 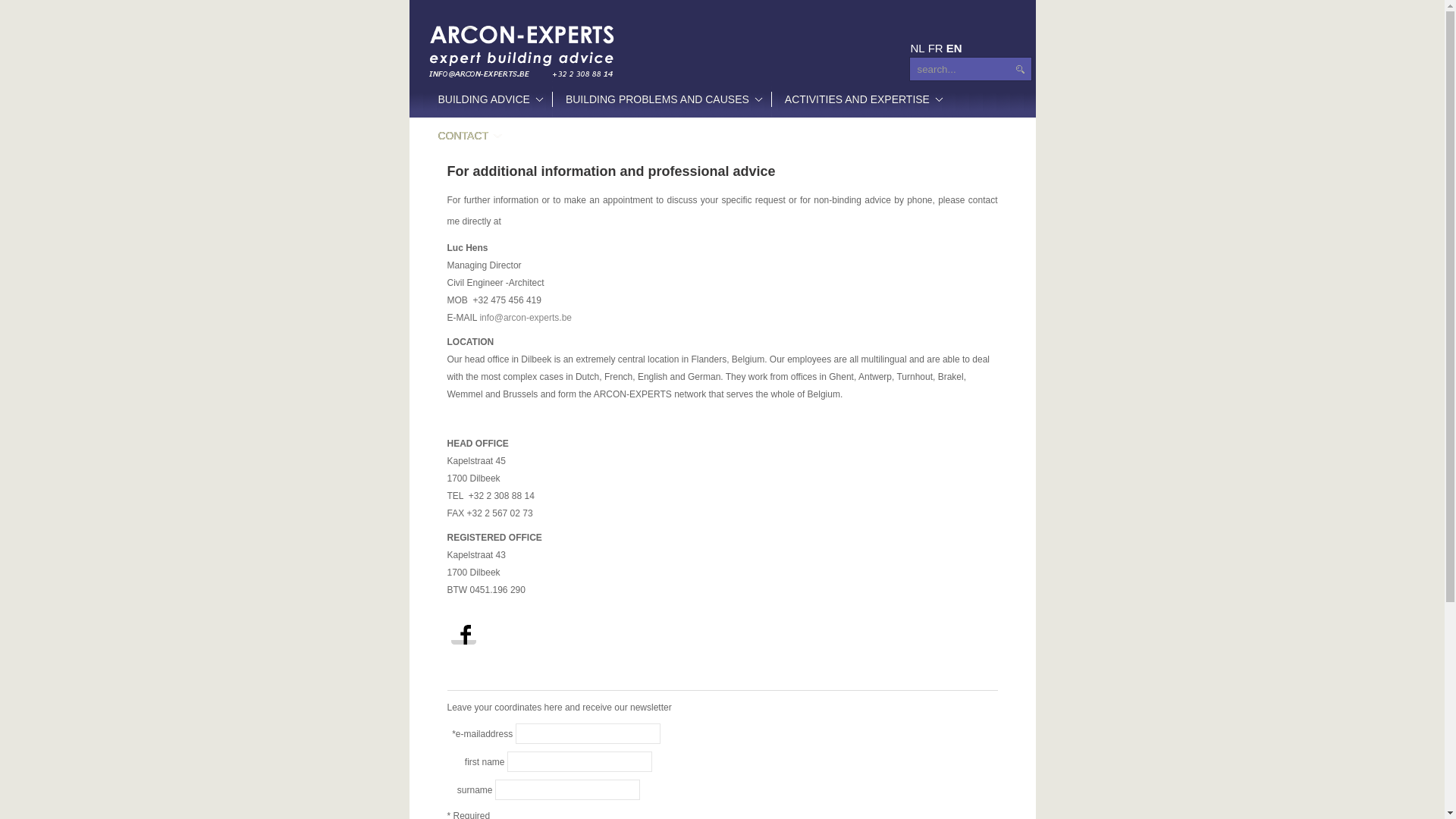 I want to click on 'BUILDING PROBLEMS AND CAUSES', so click(x=661, y=99).